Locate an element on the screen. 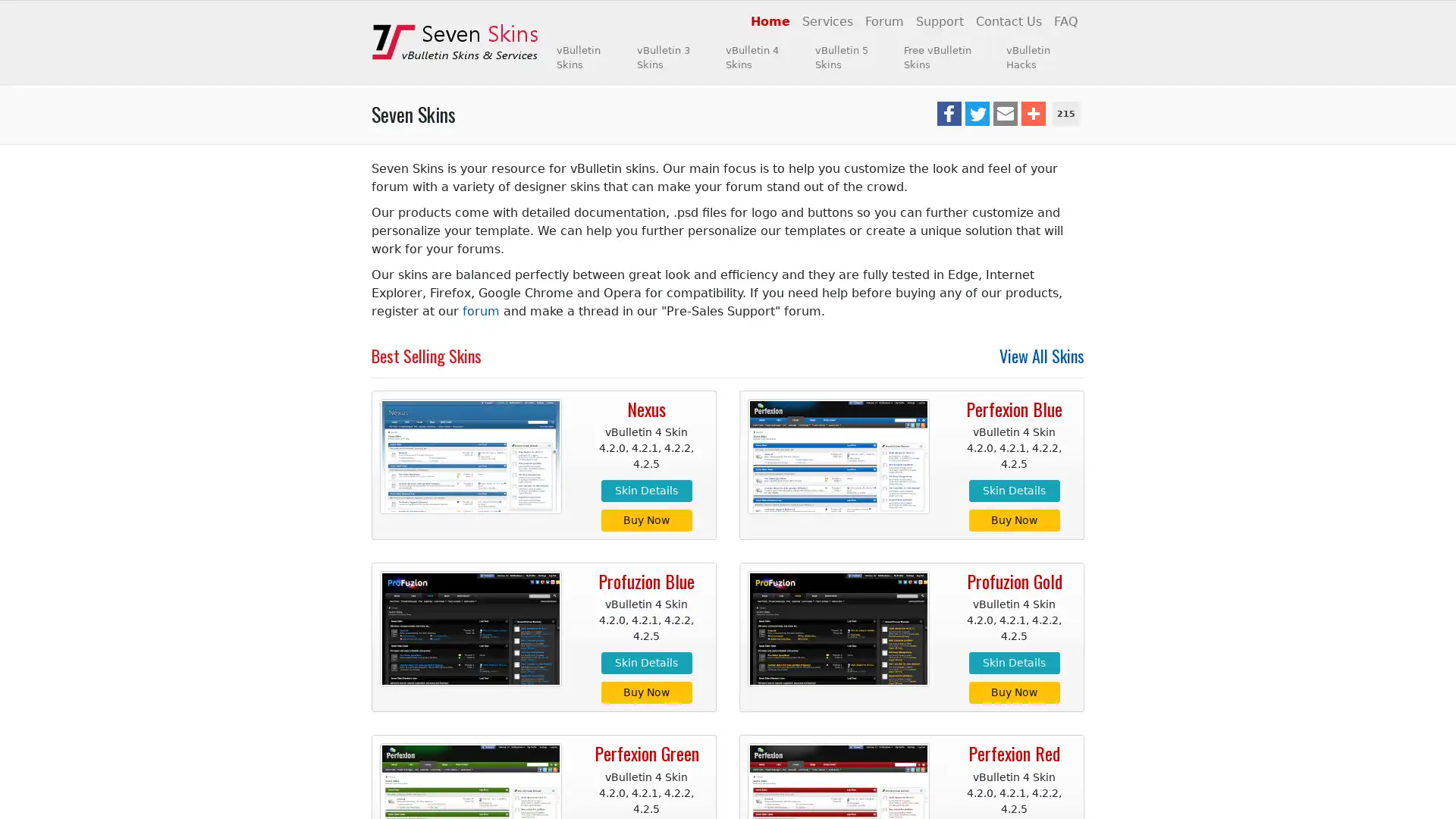 This screenshot has height=819, width=1456. Buy Now is located at coordinates (1014, 692).